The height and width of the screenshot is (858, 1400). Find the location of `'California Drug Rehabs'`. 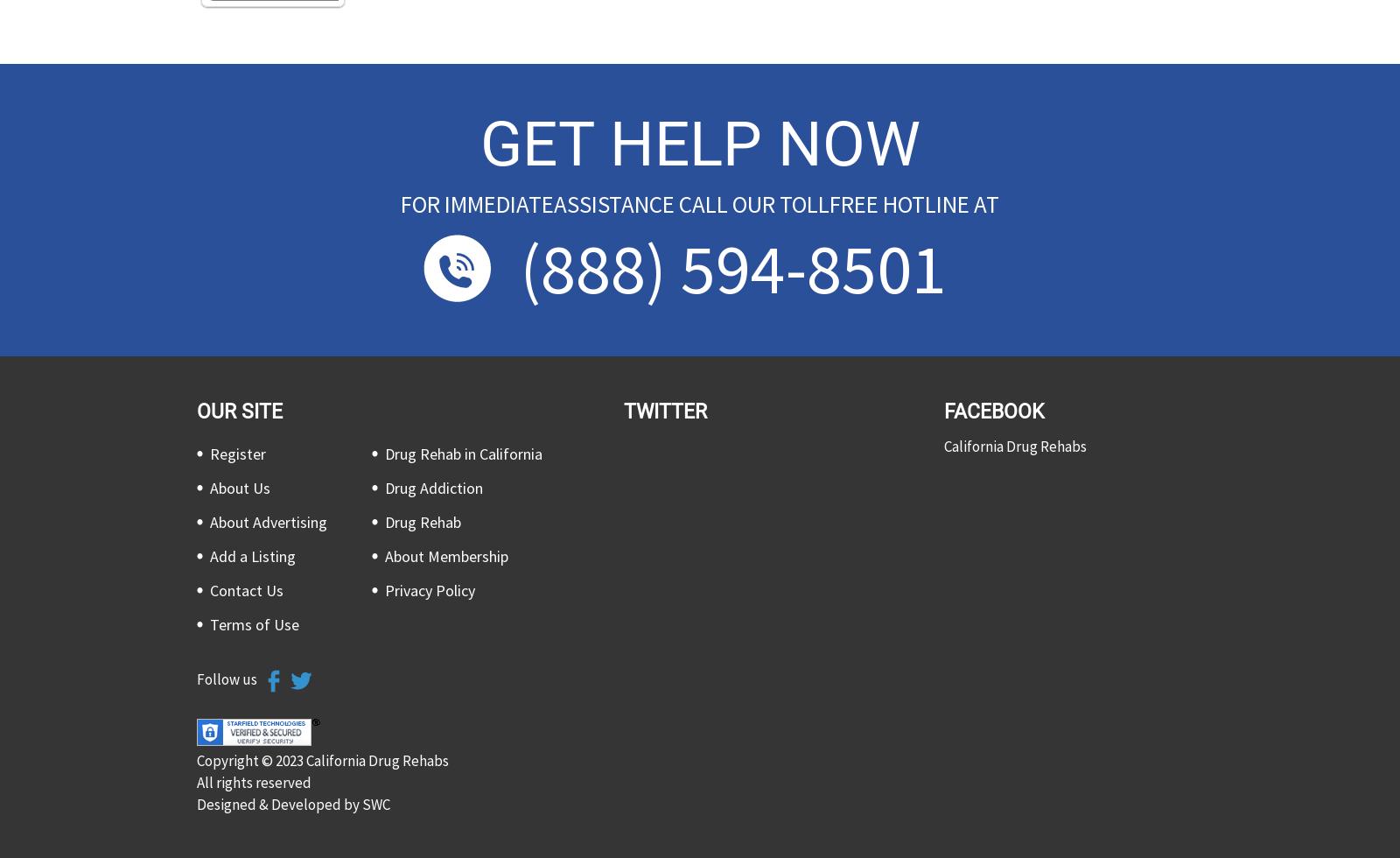

'California Drug Rehabs' is located at coordinates (1015, 446).